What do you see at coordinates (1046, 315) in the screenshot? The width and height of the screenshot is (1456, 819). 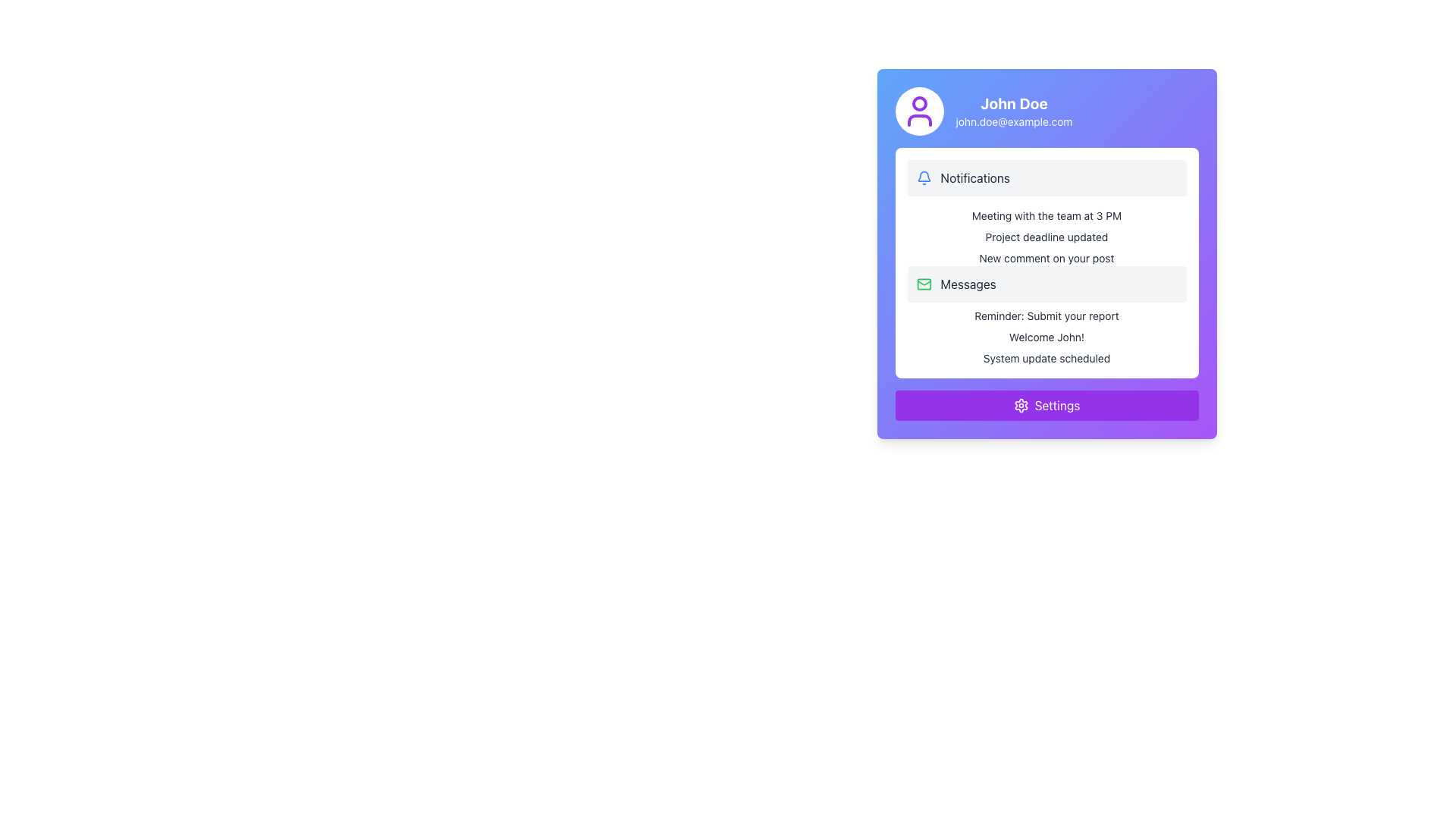 I see `the informational text displaying 'Reminder: Submit your report' located in the 'Messages' section of the interface` at bounding box center [1046, 315].